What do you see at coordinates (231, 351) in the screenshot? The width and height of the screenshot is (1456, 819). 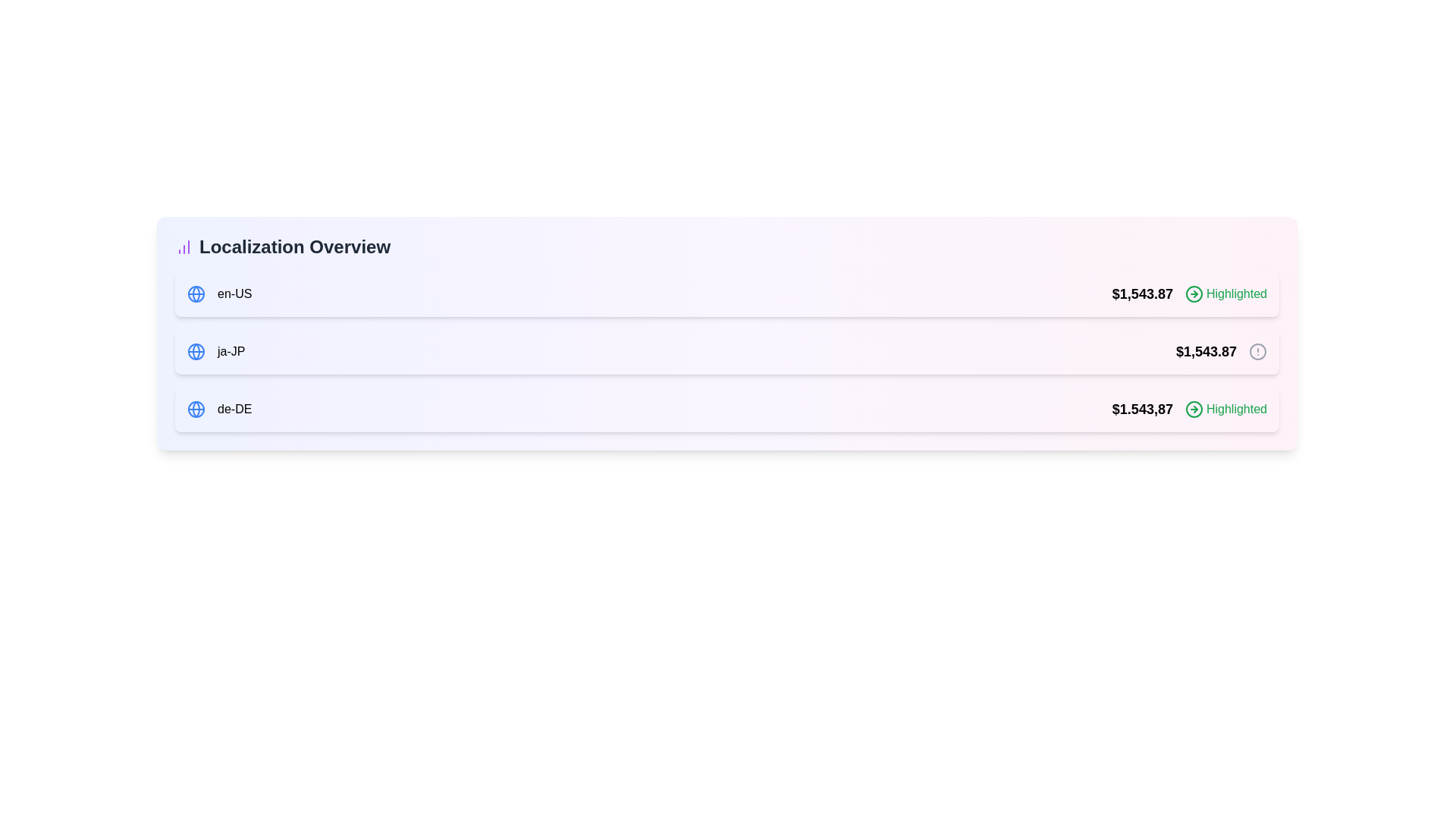 I see `the text label displaying 'ja-JP' located in the second row of the 'Localization Overview' section, adjacent to the globe icon, for inspection` at bounding box center [231, 351].